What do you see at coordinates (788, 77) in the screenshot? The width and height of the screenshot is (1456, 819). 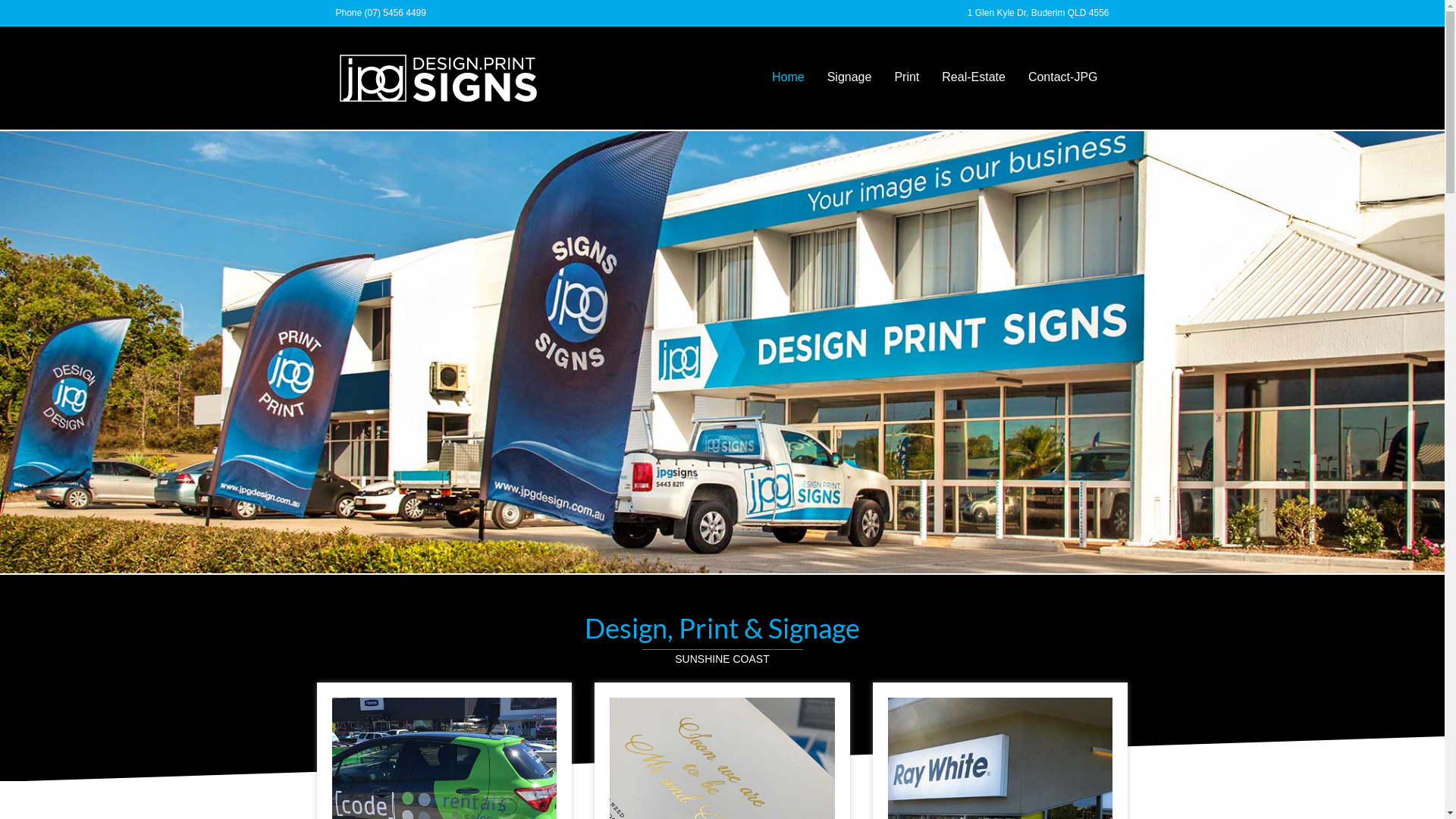 I see `'Home'` at bounding box center [788, 77].